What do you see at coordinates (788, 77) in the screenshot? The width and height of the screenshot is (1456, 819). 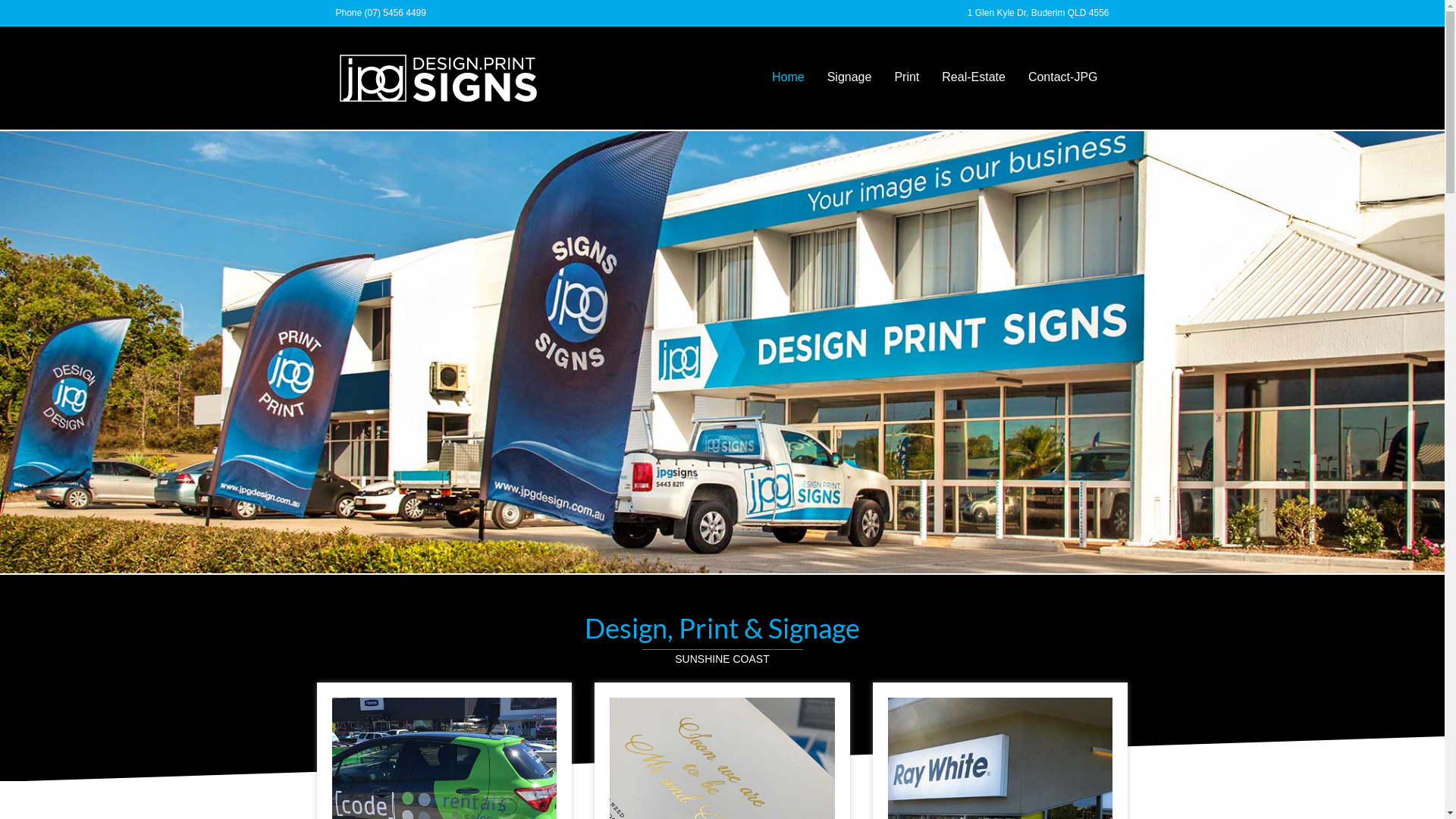 I see `'Home'` at bounding box center [788, 77].